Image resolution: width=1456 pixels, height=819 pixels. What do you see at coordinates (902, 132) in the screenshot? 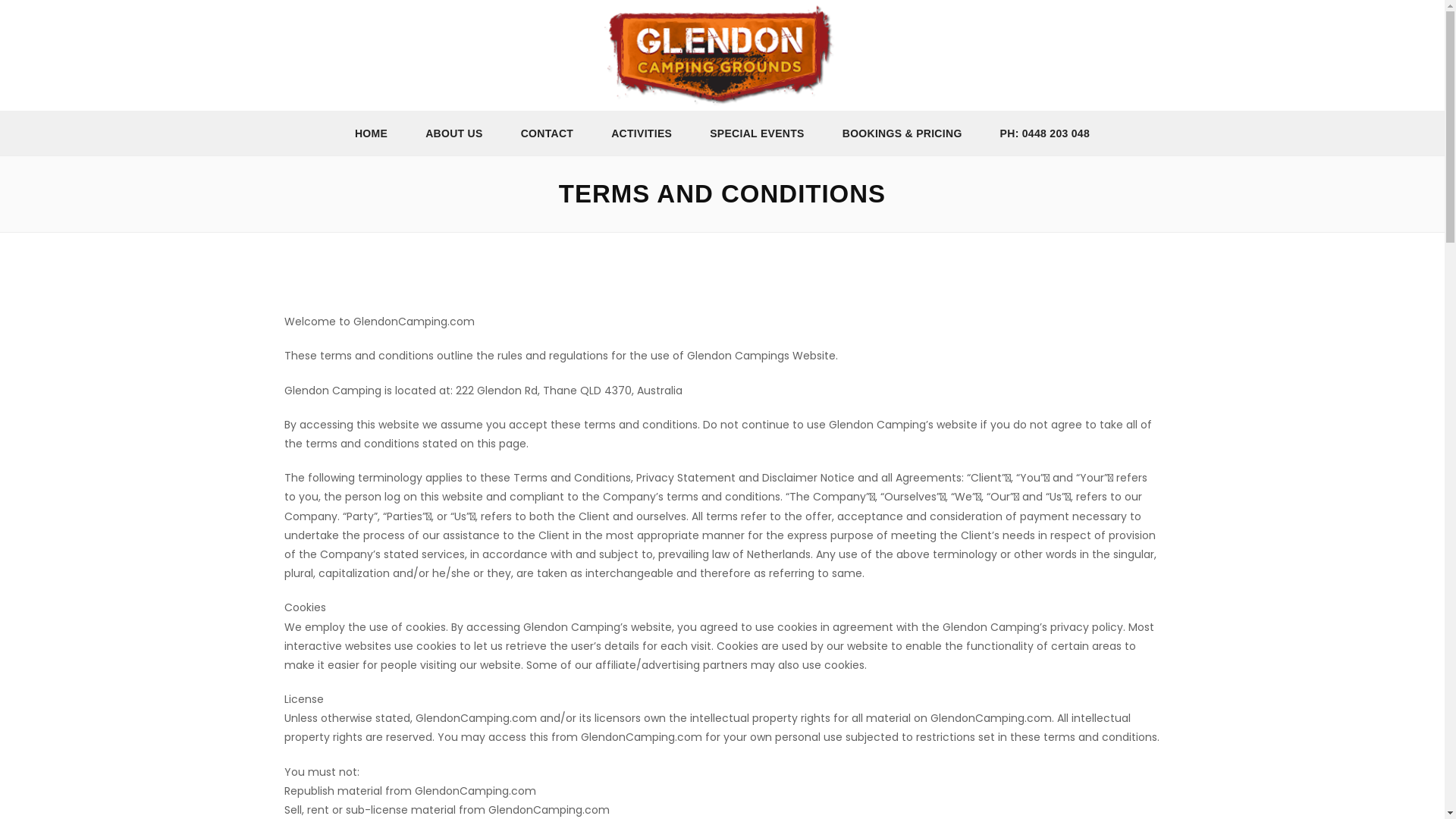
I see `'BOOKINGS & PRICING'` at bounding box center [902, 132].